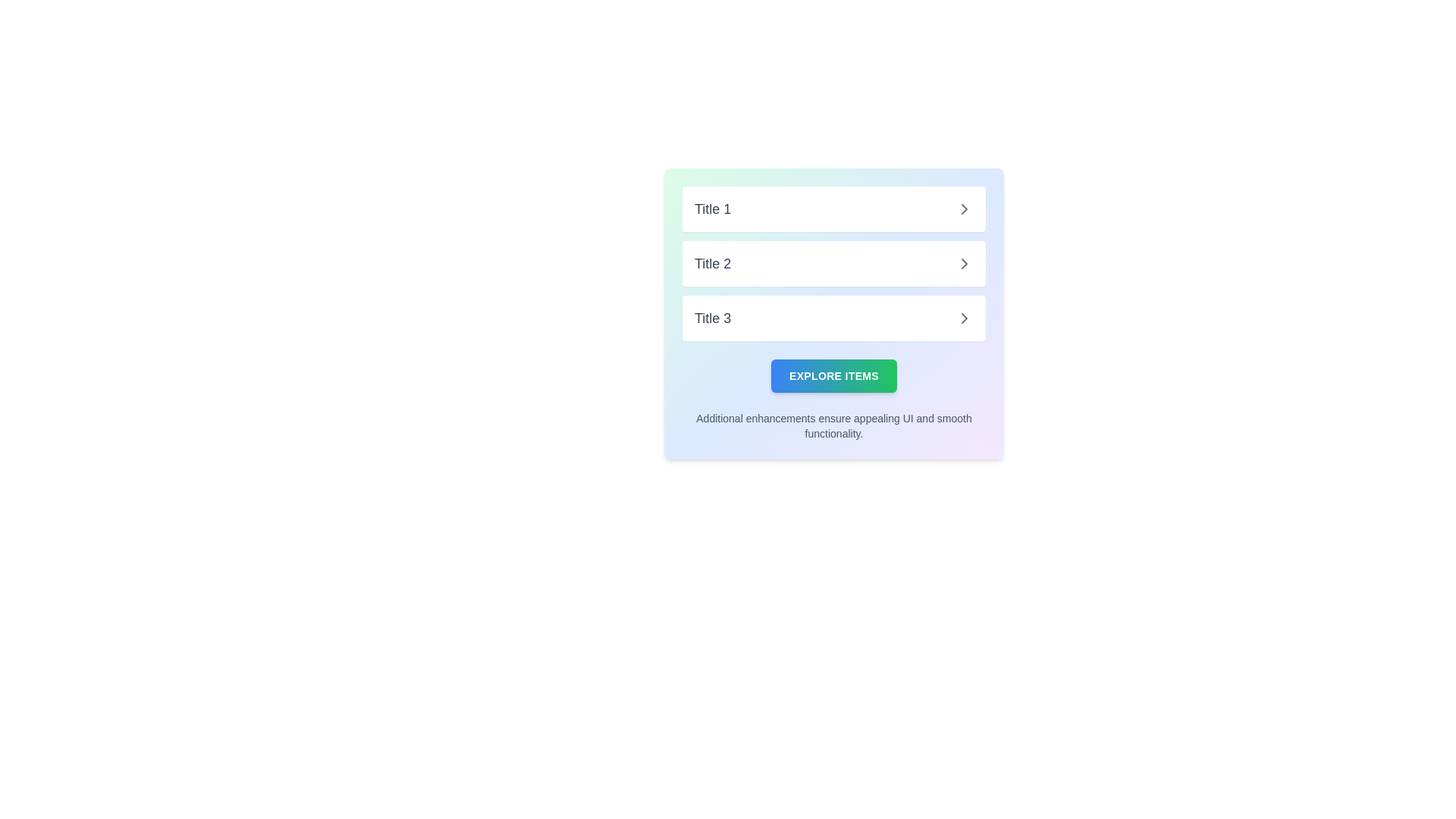  Describe the element at coordinates (964, 209) in the screenshot. I see `the rightward chevron icon` at that location.